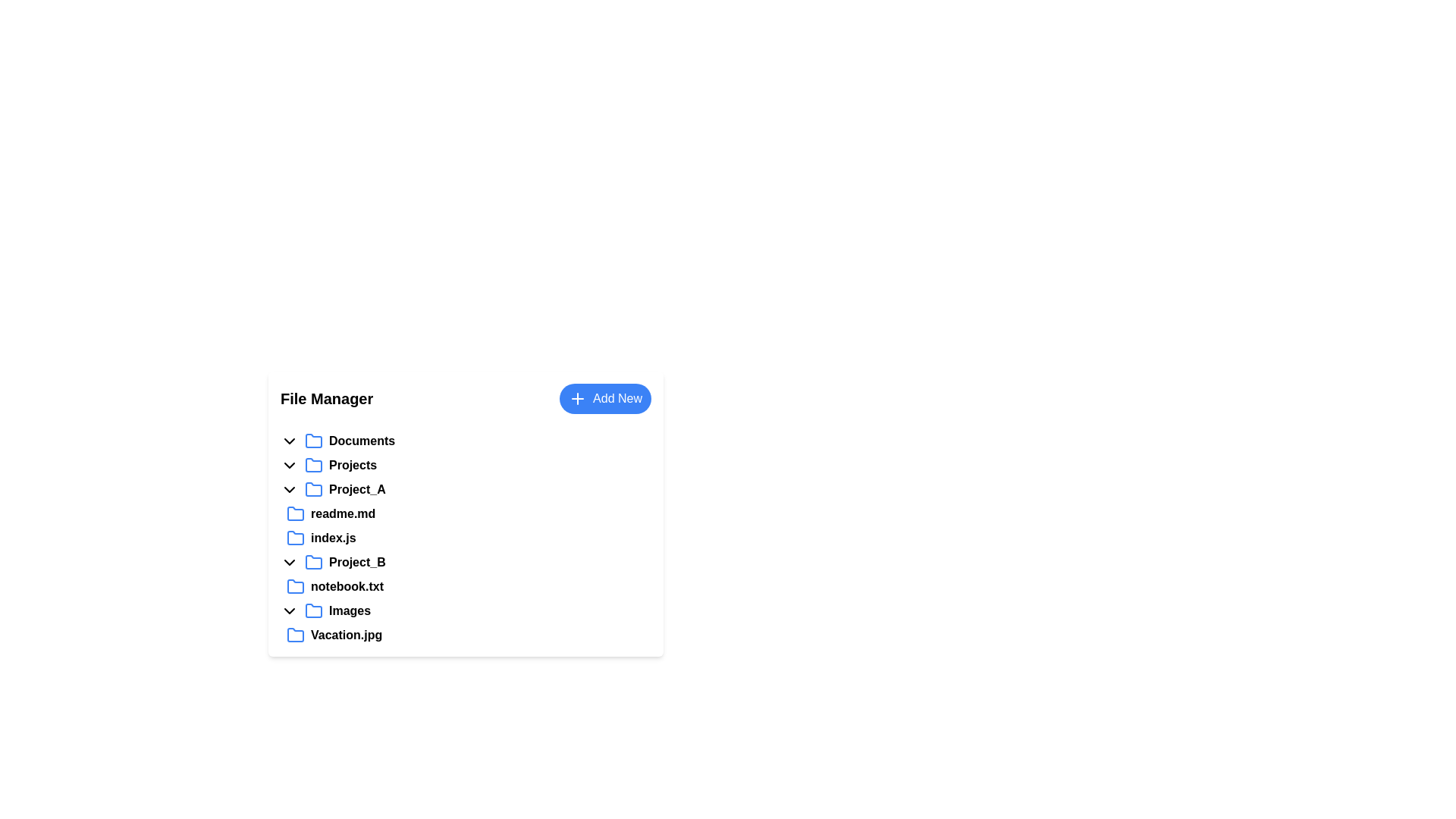  What do you see at coordinates (465, 537) in the screenshot?
I see `the hierarchical list element in the File Manager interface` at bounding box center [465, 537].